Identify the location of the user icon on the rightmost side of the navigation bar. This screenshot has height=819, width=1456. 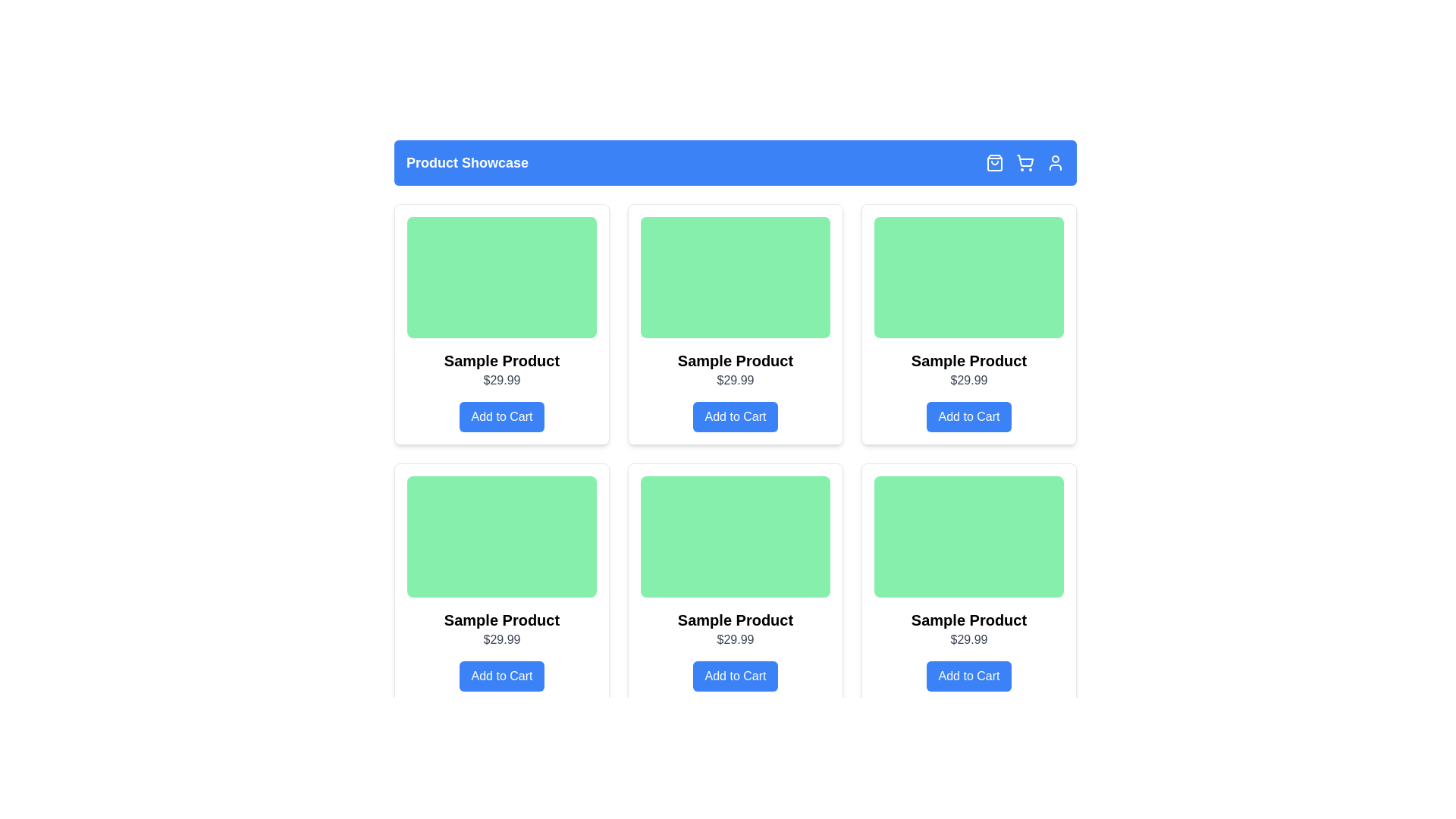
(1055, 163).